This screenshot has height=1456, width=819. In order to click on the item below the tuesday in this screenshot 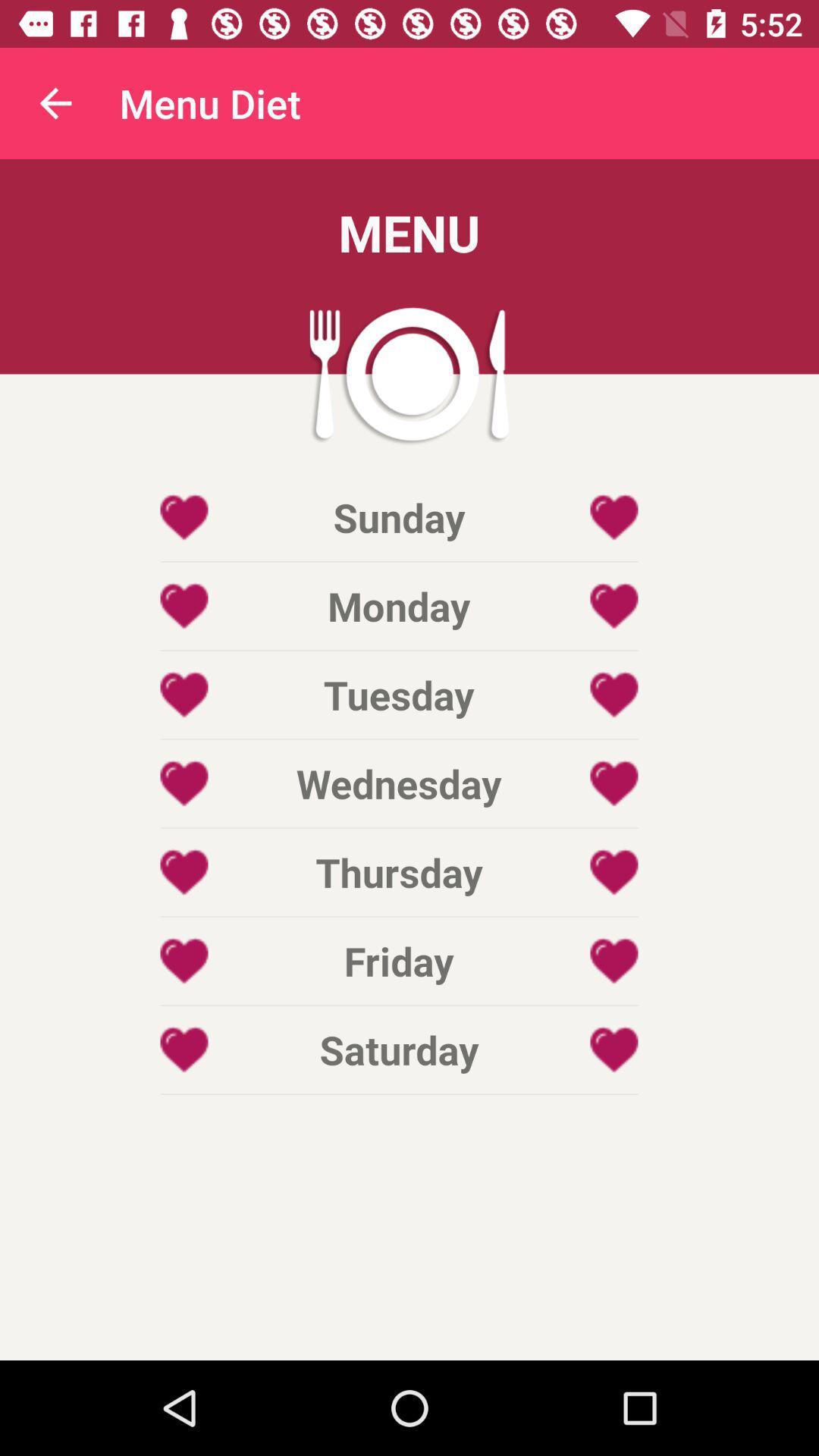, I will do `click(398, 783)`.